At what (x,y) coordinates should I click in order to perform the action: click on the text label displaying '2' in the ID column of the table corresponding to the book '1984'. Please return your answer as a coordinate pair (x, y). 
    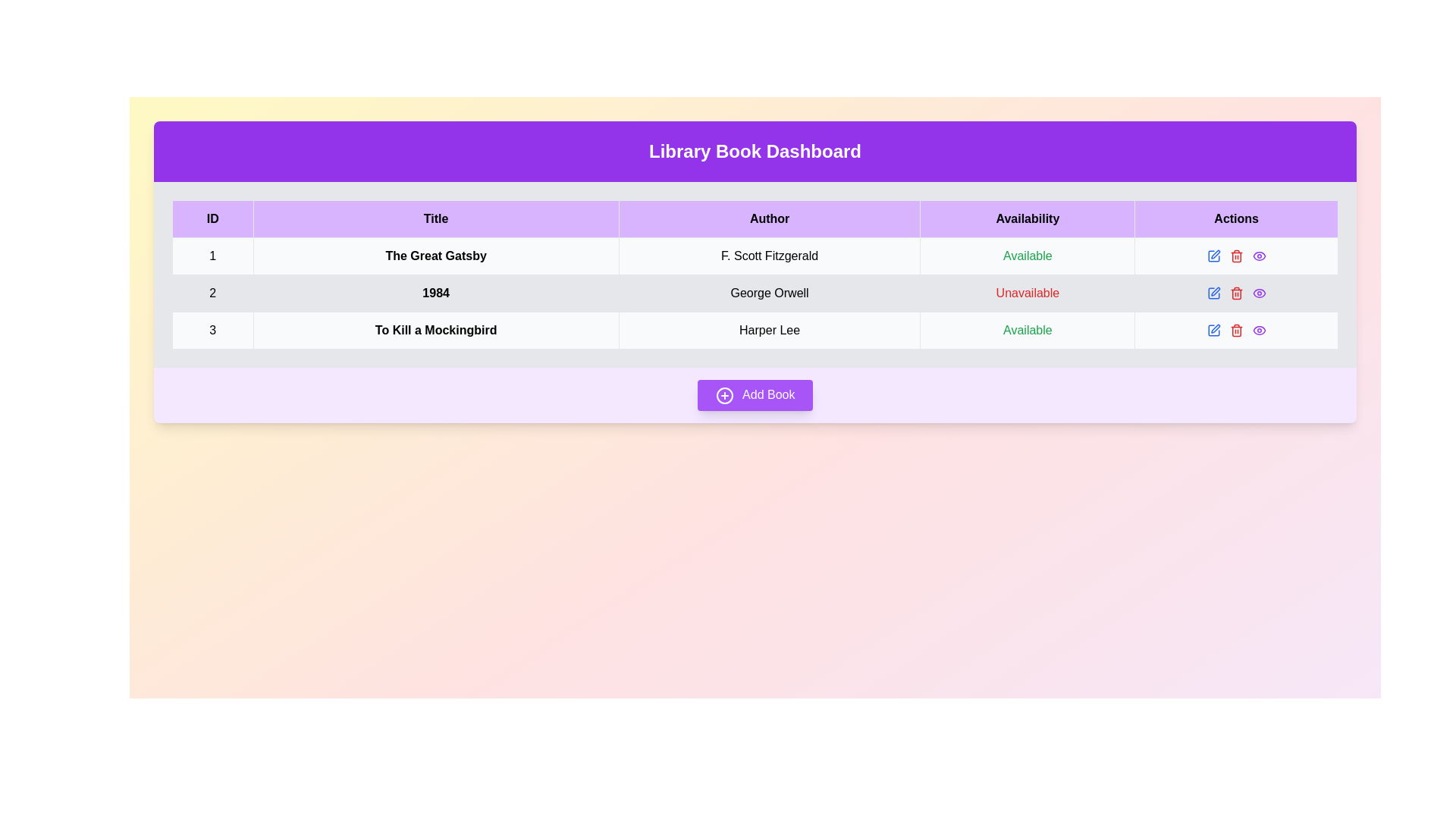
    Looking at the image, I should click on (212, 293).